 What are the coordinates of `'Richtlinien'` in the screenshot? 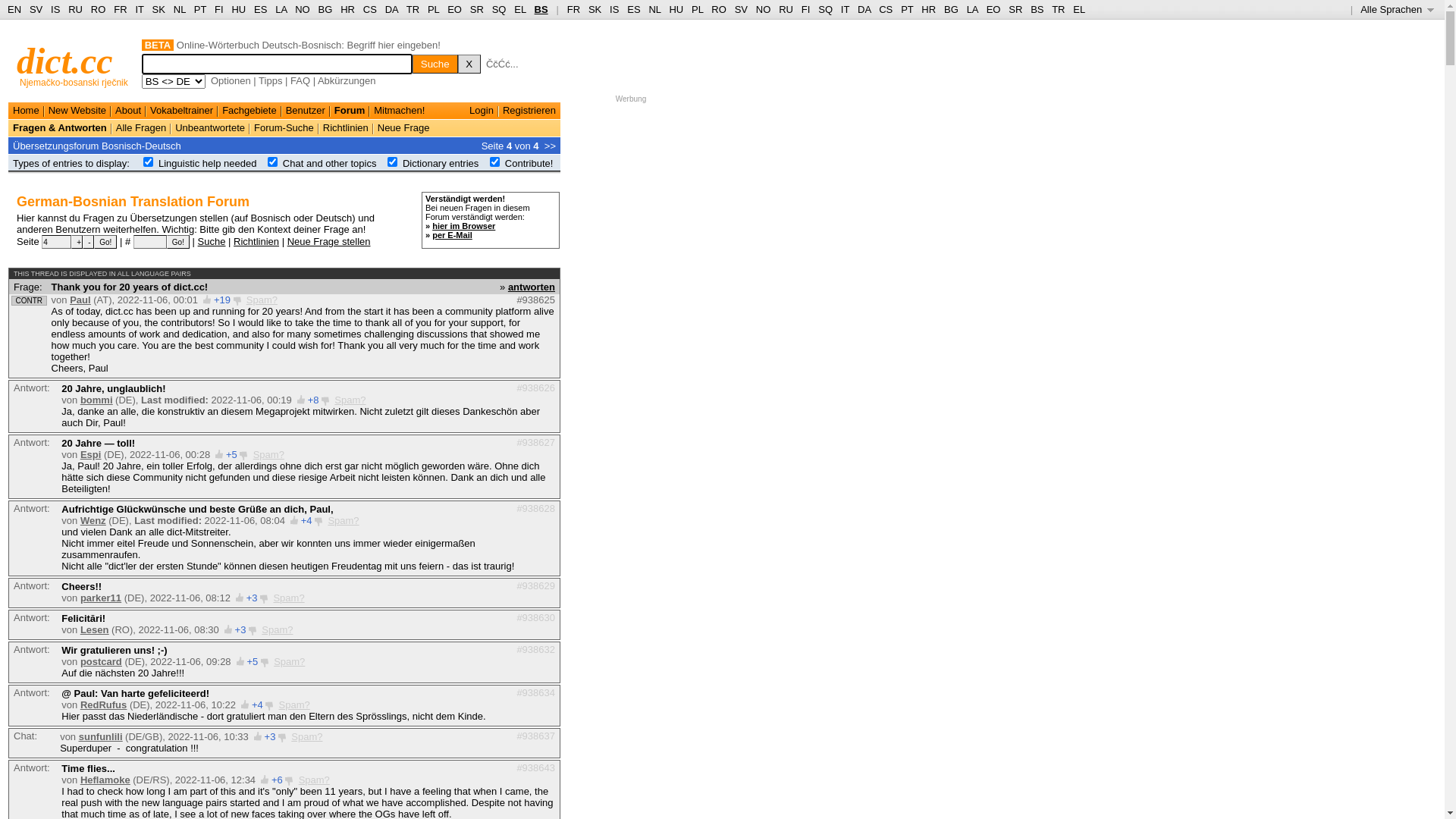 It's located at (256, 240).